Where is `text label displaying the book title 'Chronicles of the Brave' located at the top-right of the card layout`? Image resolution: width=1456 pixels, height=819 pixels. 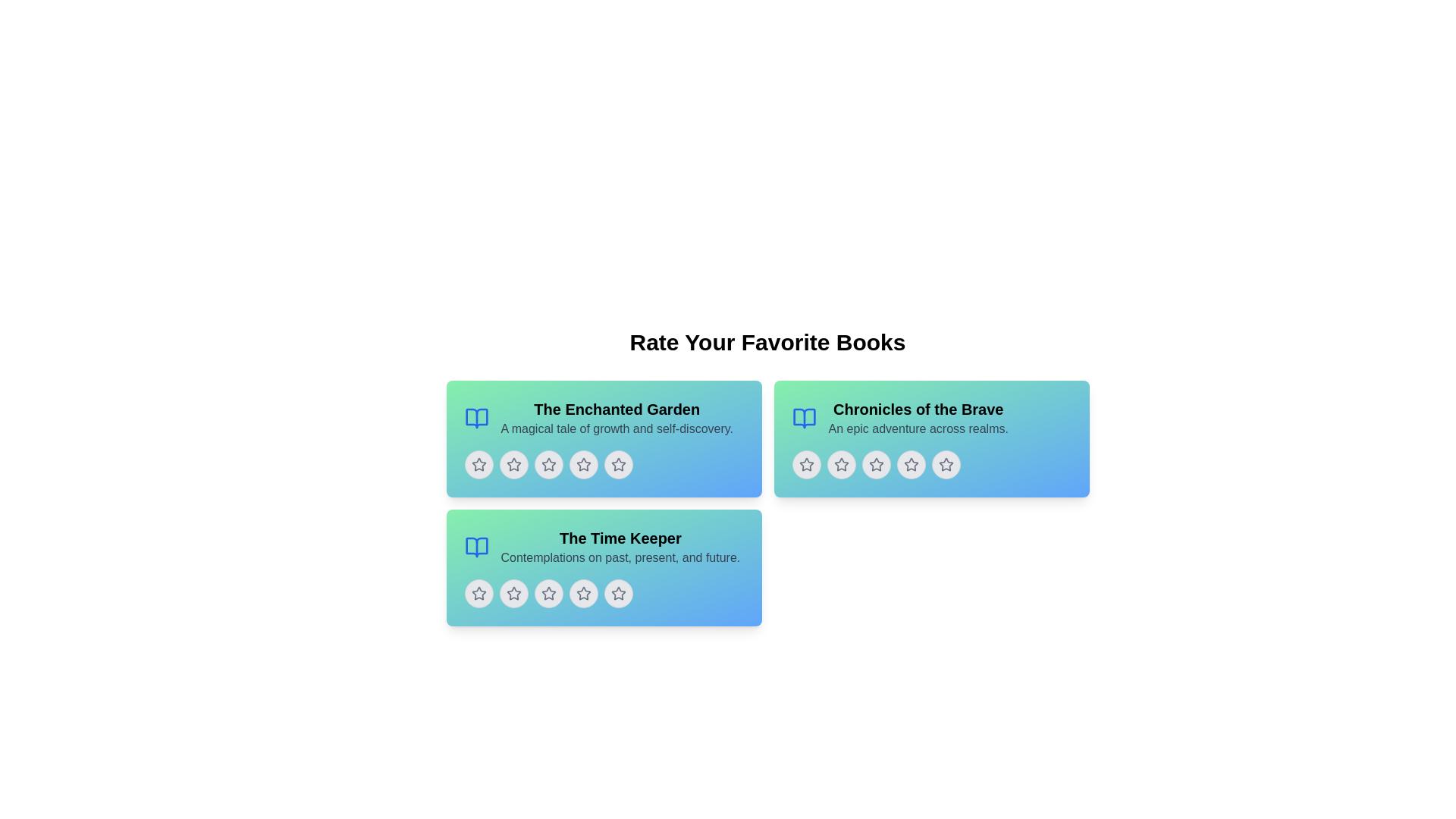
text label displaying the book title 'Chronicles of the Brave' located at the top-right of the card layout is located at coordinates (918, 409).